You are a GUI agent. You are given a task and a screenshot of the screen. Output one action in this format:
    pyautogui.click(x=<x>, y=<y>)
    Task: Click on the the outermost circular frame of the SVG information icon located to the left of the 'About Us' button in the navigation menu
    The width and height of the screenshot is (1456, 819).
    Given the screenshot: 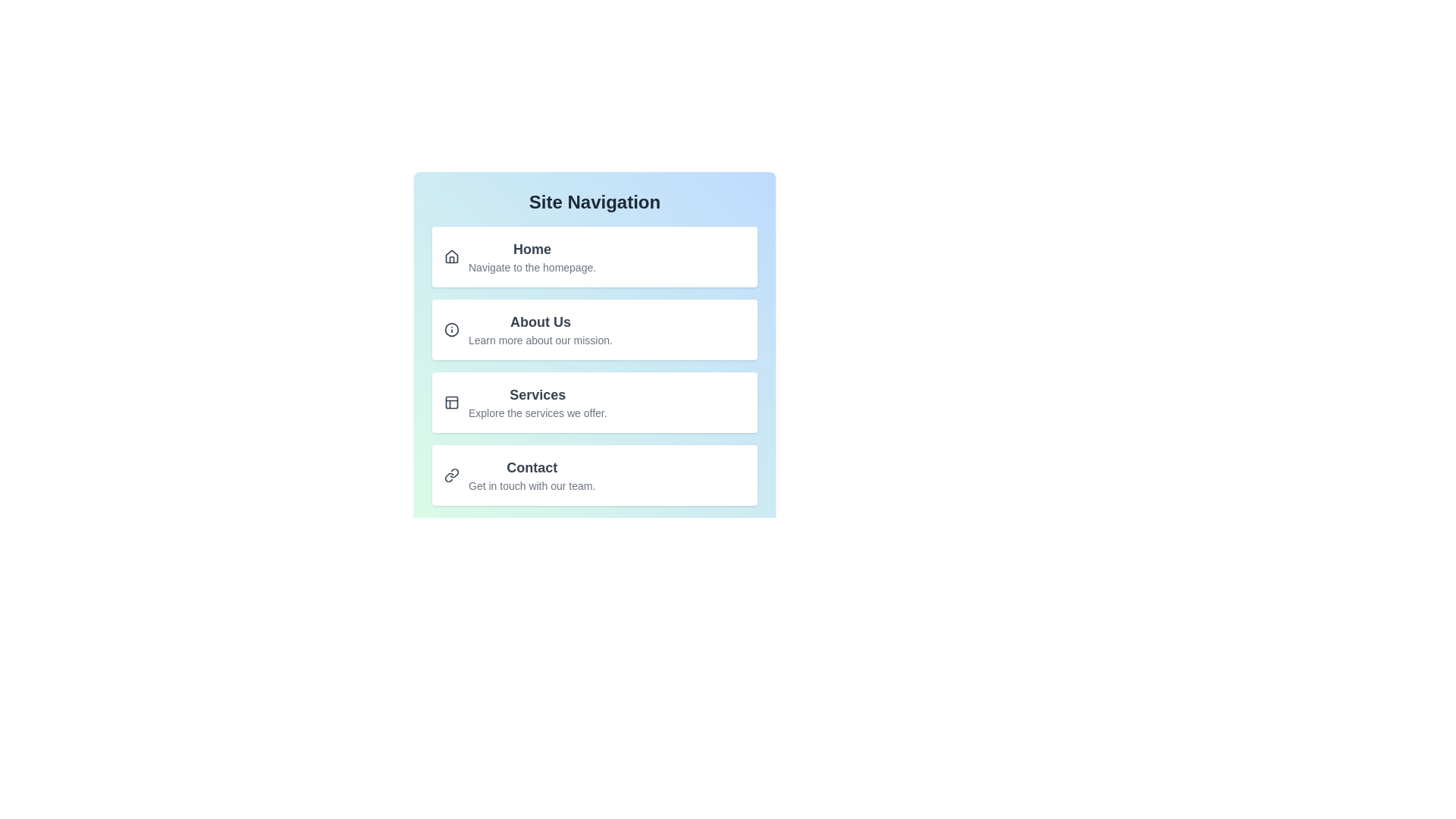 What is the action you would take?
    pyautogui.click(x=450, y=329)
    